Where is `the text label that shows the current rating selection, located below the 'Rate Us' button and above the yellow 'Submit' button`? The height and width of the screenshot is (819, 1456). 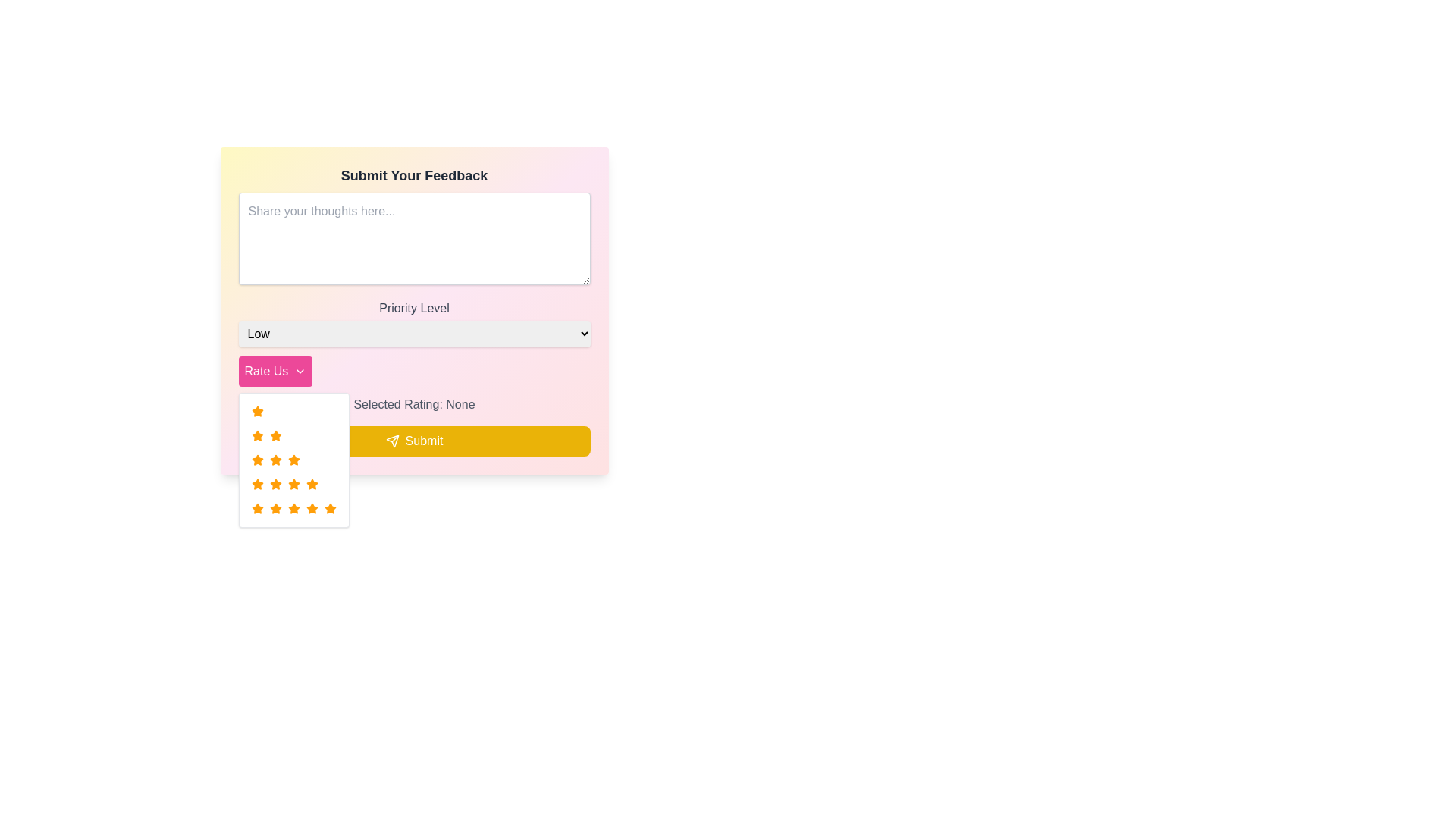 the text label that shows the current rating selection, located below the 'Rate Us' button and above the yellow 'Submit' button is located at coordinates (414, 403).